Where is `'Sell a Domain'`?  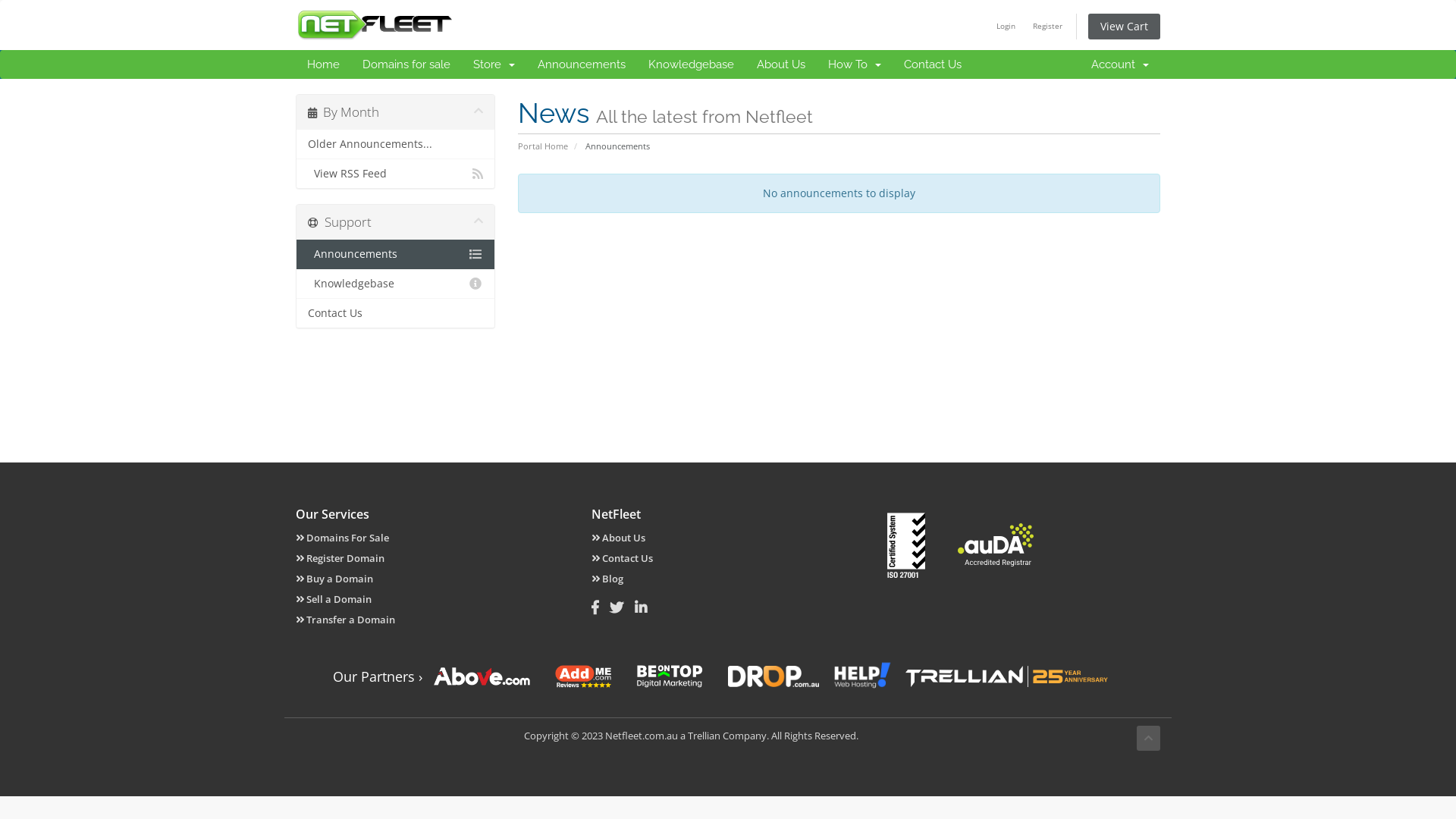 'Sell a Domain' is located at coordinates (333, 598).